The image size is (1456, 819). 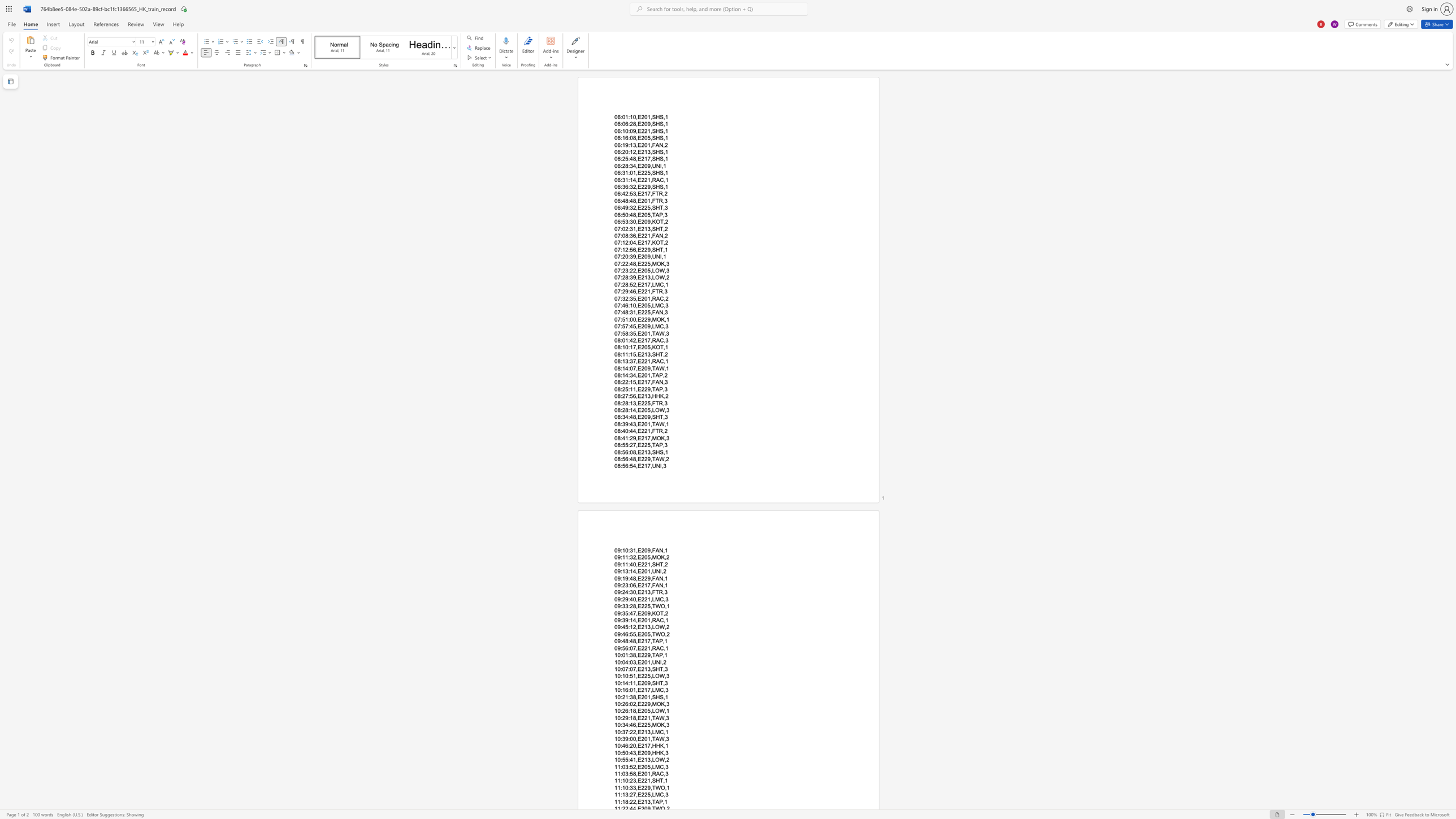 What do you see at coordinates (628, 647) in the screenshot?
I see `the space between the continuous character "6" and ":" in the text` at bounding box center [628, 647].